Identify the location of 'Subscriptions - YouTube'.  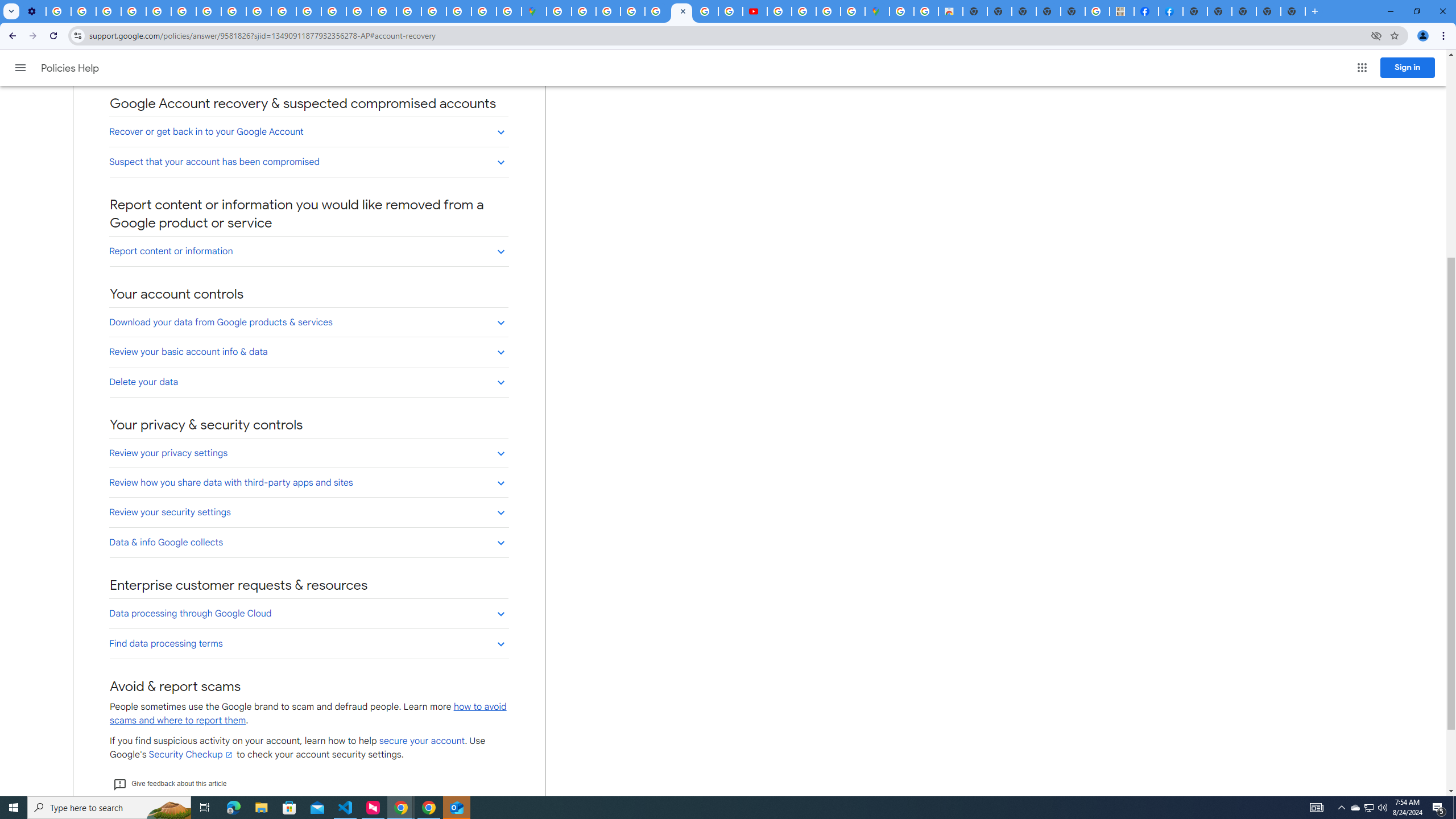
(754, 11).